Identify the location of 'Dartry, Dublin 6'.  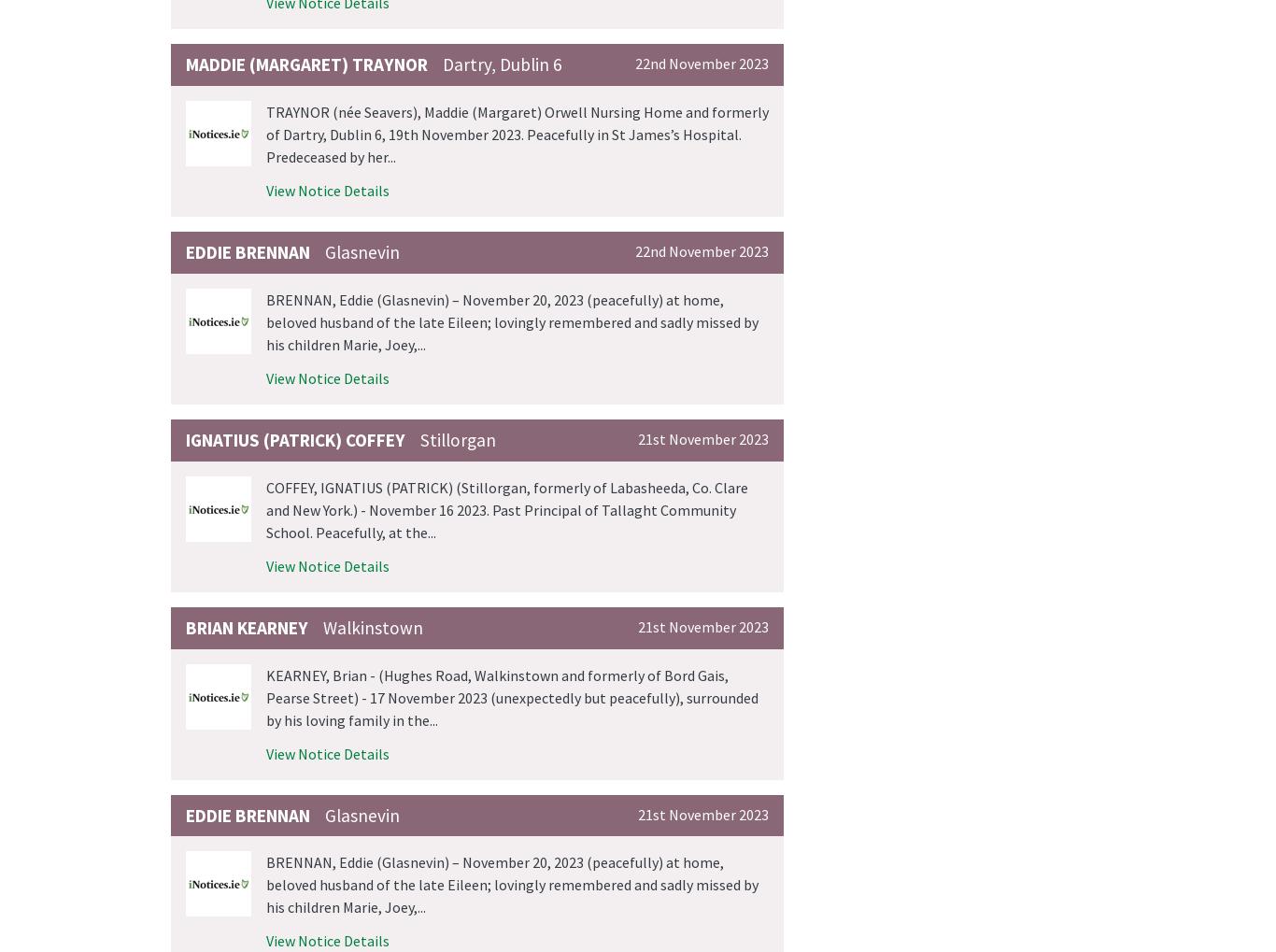
(503, 64).